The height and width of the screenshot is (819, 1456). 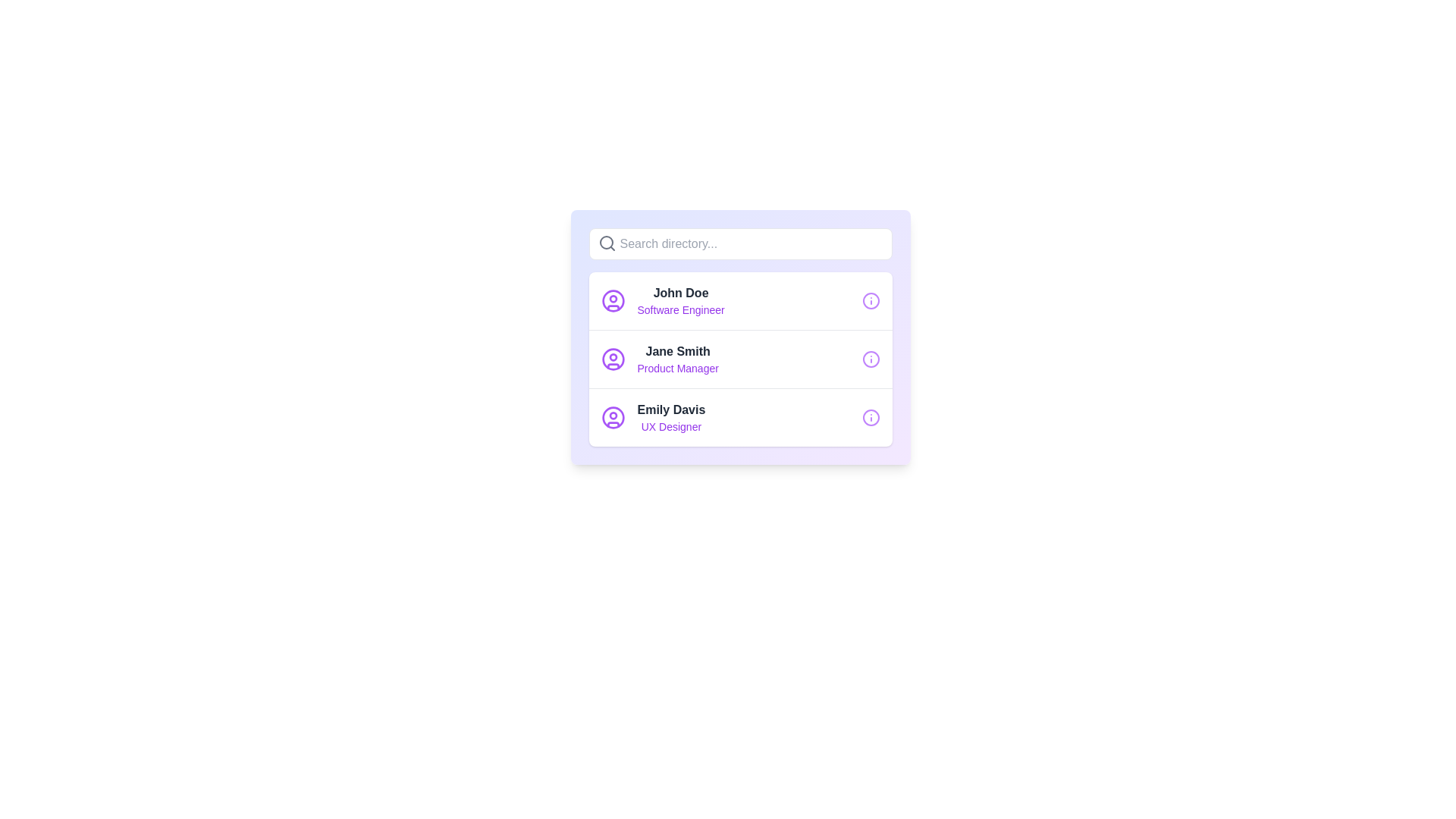 What do you see at coordinates (613, 301) in the screenshot?
I see `the user profile icon representing 'John Doe', which is the first element` at bounding box center [613, 301].